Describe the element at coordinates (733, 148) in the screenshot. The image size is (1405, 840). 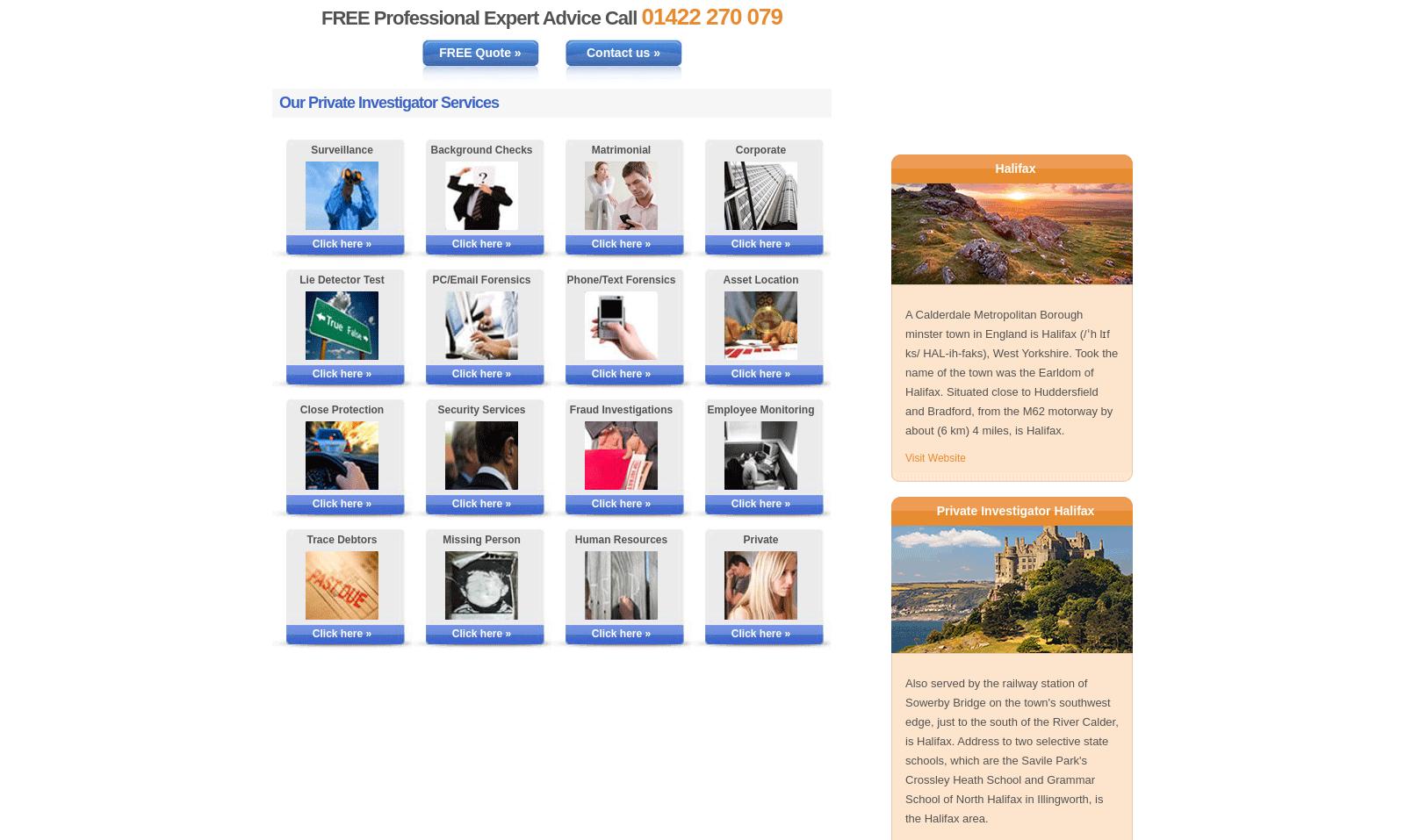
I see `'Corporate'` at that location.